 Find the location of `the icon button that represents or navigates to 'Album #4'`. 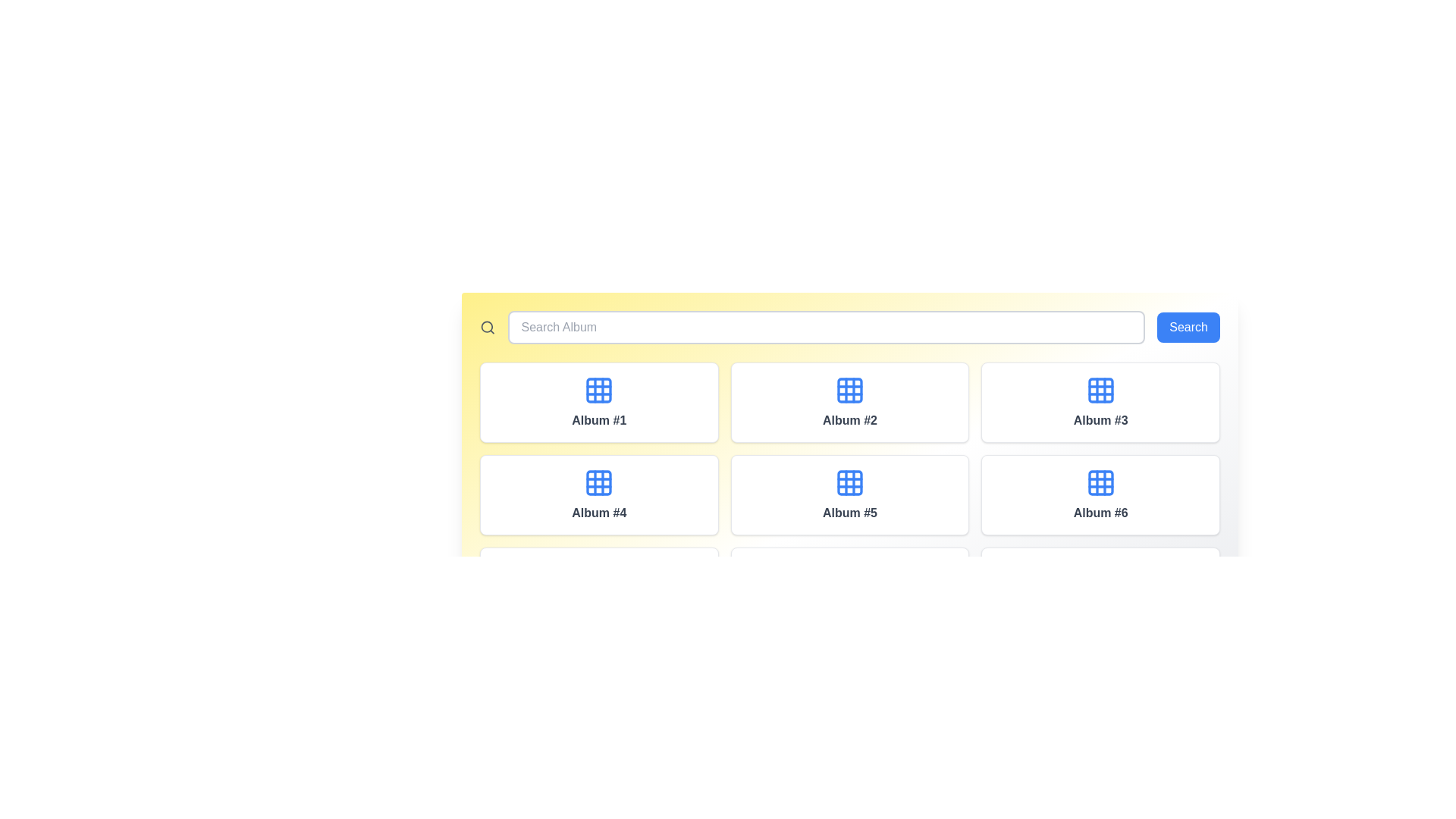

the icon button that represents or navigates to 'Album #4' is located at coordinates (598, 482).